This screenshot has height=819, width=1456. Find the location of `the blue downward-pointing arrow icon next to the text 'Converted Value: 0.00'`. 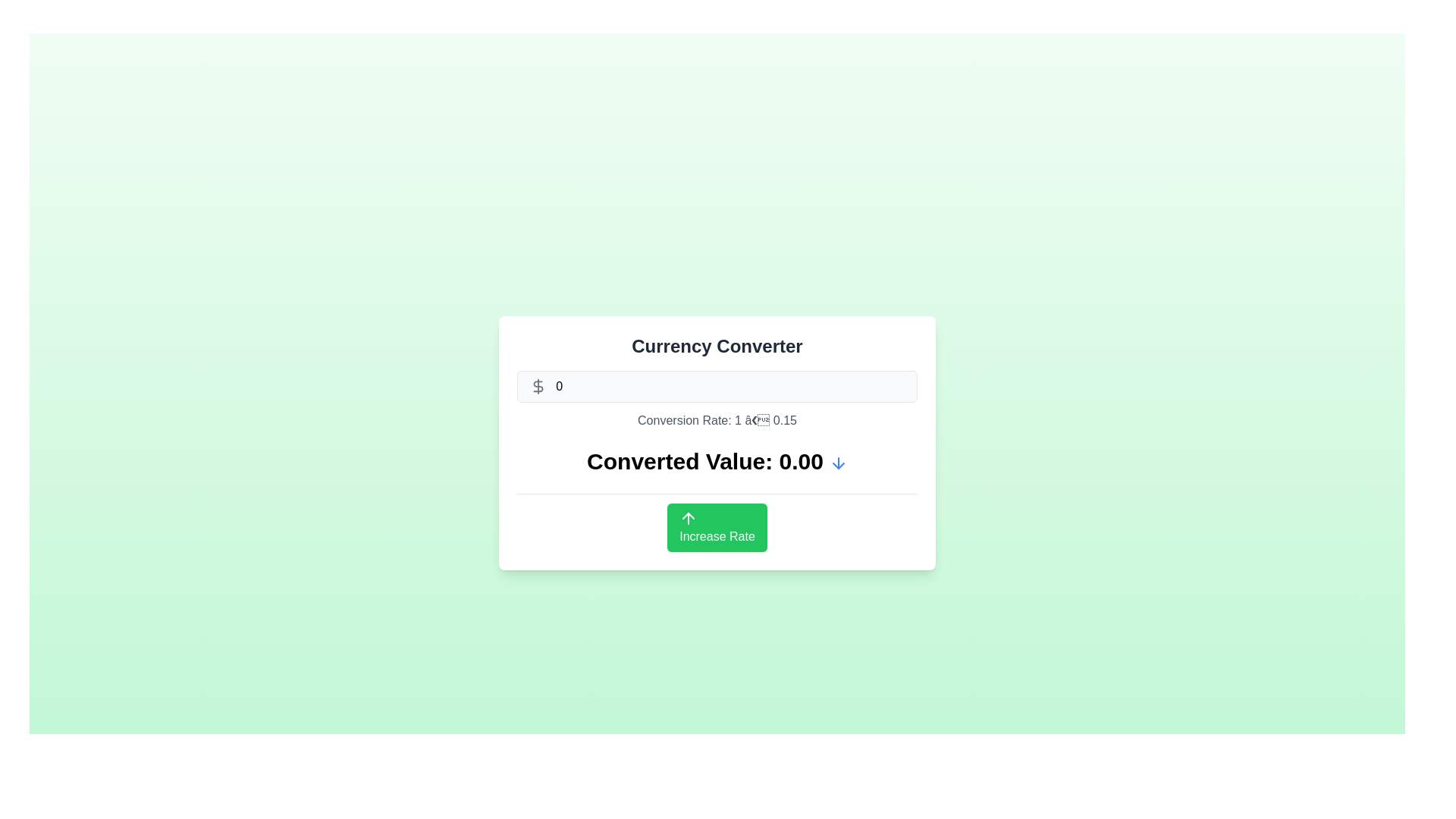

the blue downward-pointing arrow icon next to the text 'Converted Value: 0.00' is located at coordinates (837, 462).